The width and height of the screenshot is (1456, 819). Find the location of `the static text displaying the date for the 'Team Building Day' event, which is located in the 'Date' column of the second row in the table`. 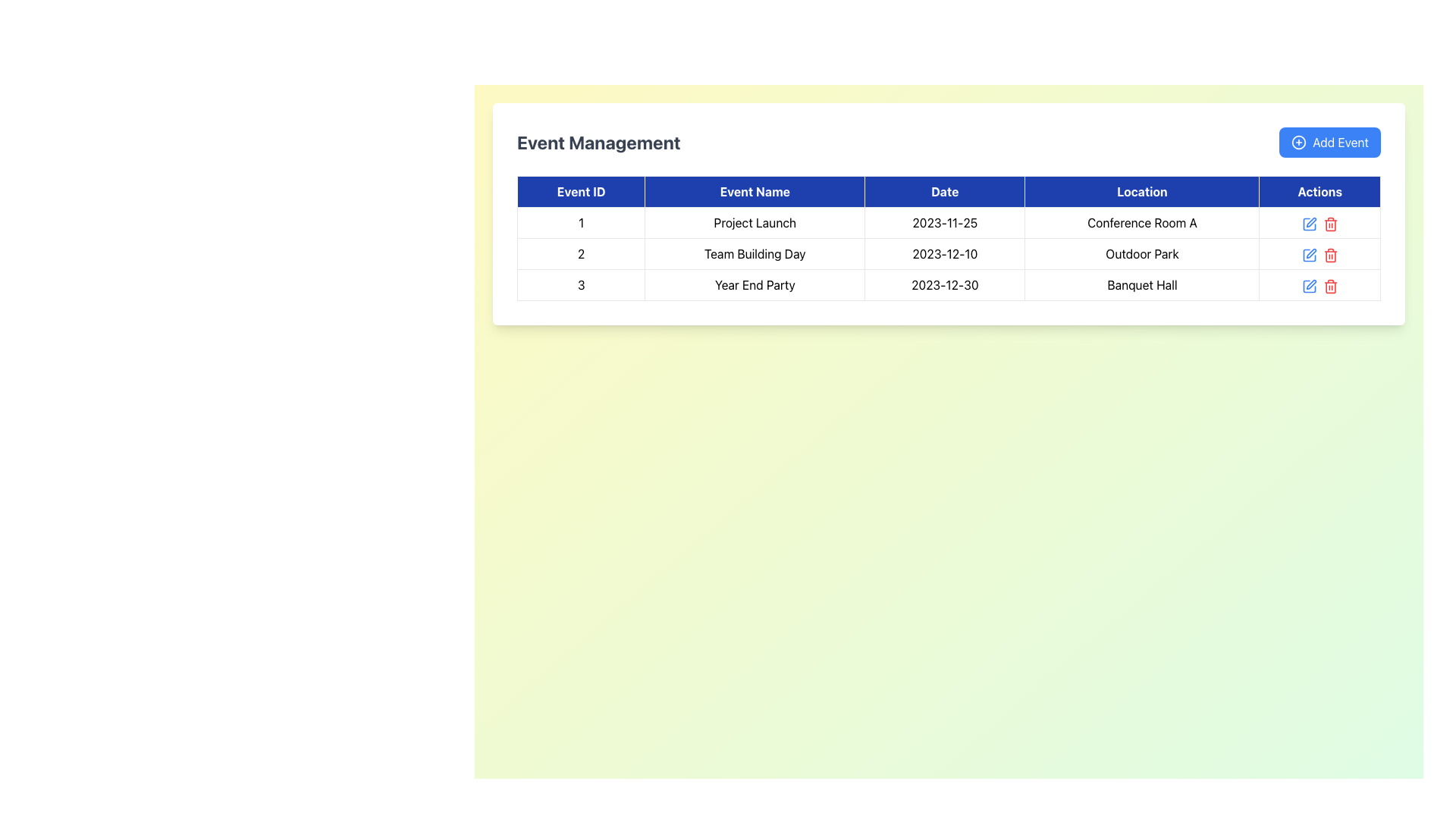

the static text displaying the date for the 'Team Building Day' event, which is located in the 'Date' column of the second row in the table is located at coordinates (944, 253).